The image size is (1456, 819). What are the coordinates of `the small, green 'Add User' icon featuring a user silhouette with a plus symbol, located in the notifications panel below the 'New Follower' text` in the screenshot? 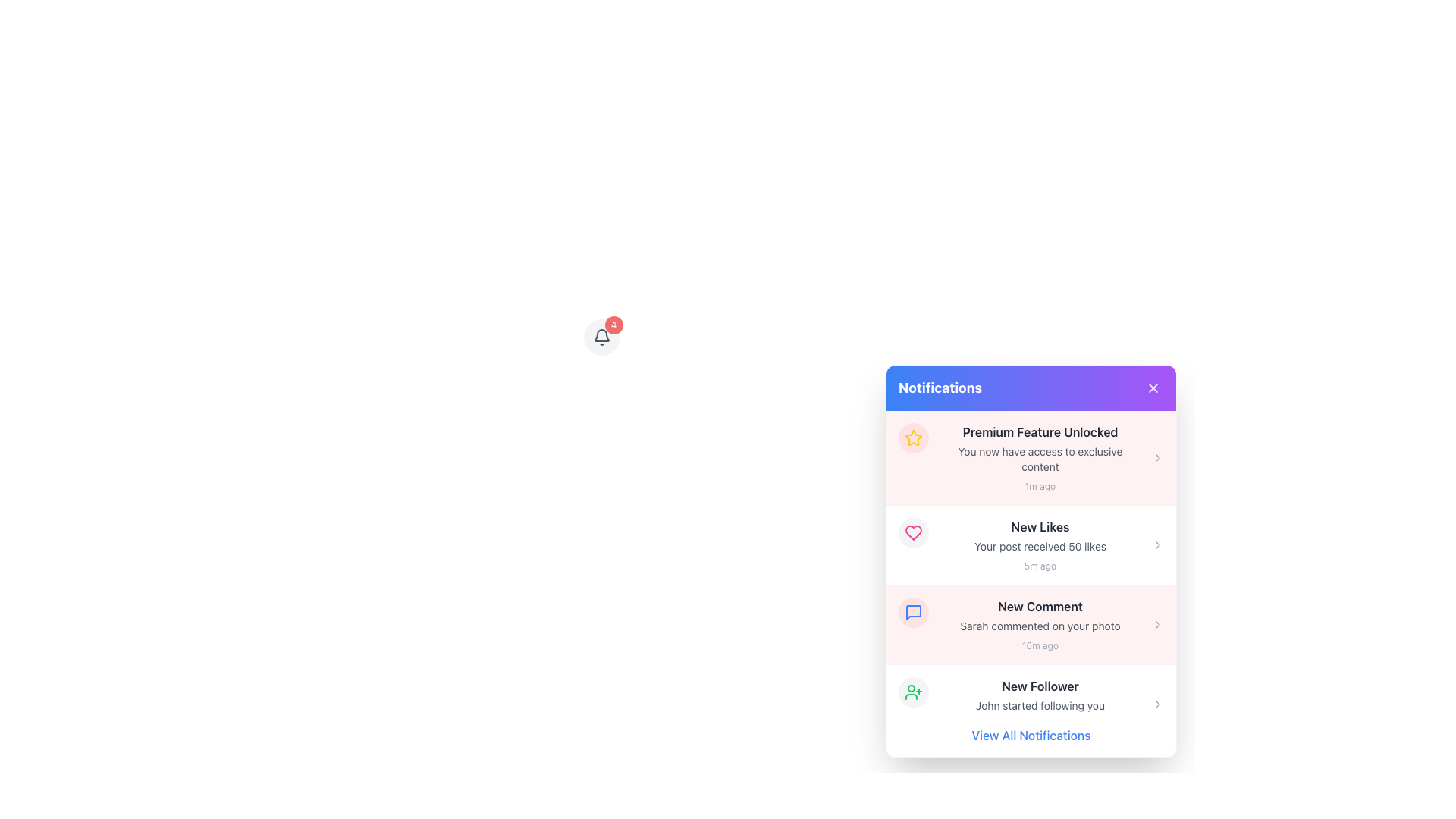 It's located at (912, 692).